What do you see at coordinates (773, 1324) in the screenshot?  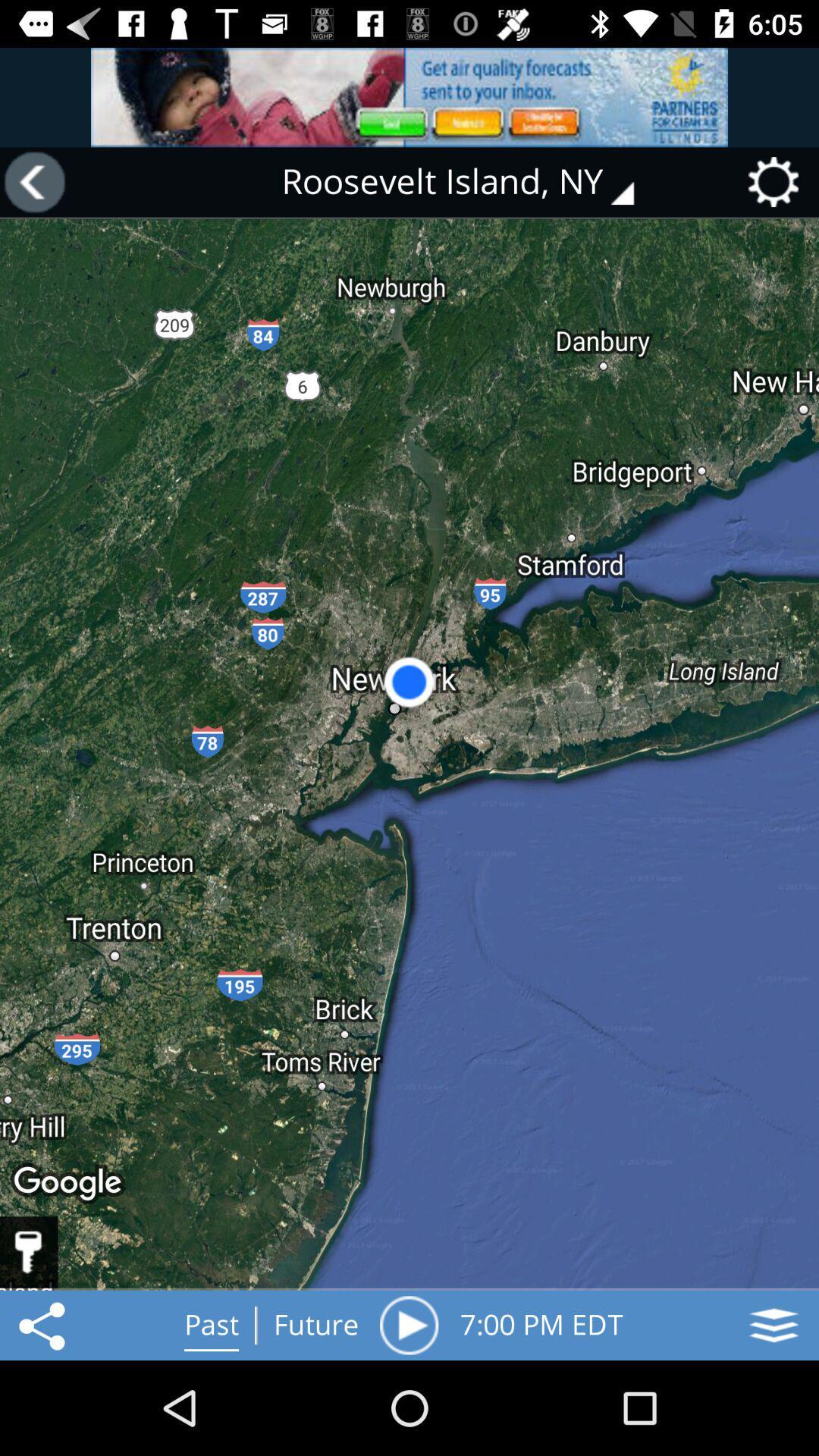 I see `the layers icon` at bounding box center [773, 1324].